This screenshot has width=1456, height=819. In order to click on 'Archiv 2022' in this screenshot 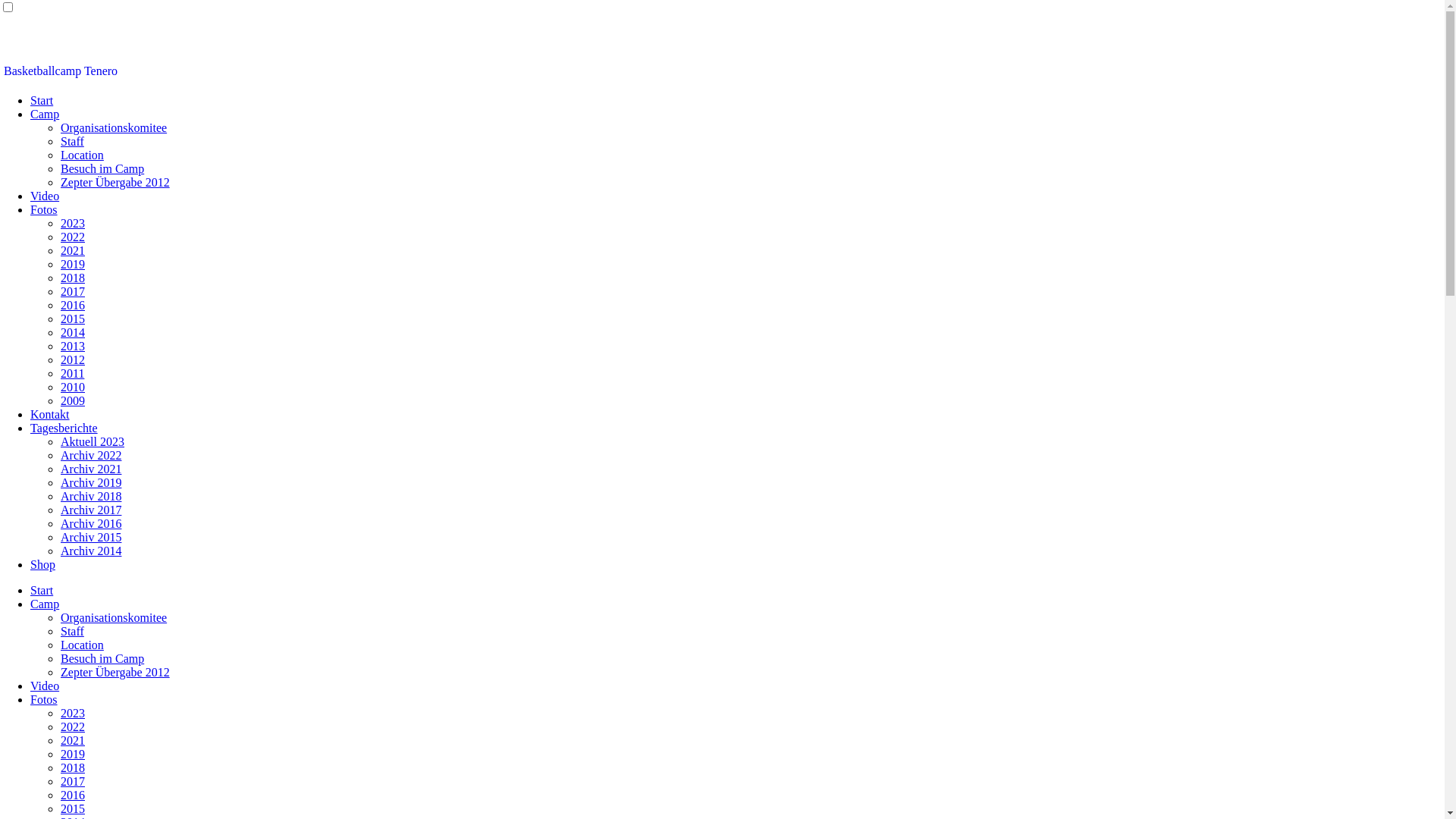, I will do `click(90, 454)`.